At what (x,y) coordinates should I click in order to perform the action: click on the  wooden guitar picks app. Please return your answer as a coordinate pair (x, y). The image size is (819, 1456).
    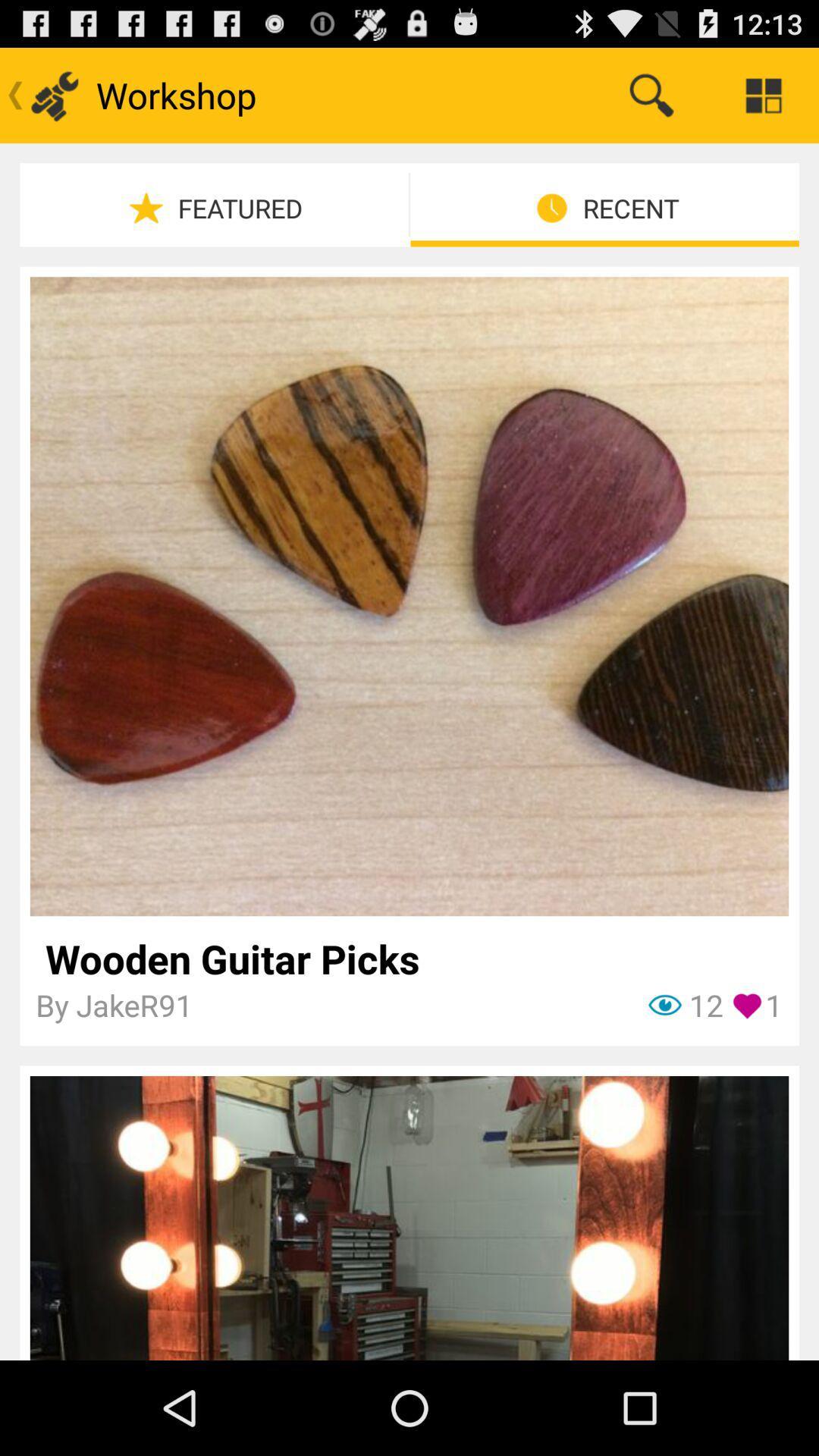
    Looking at the image, I should click on (408, 958).